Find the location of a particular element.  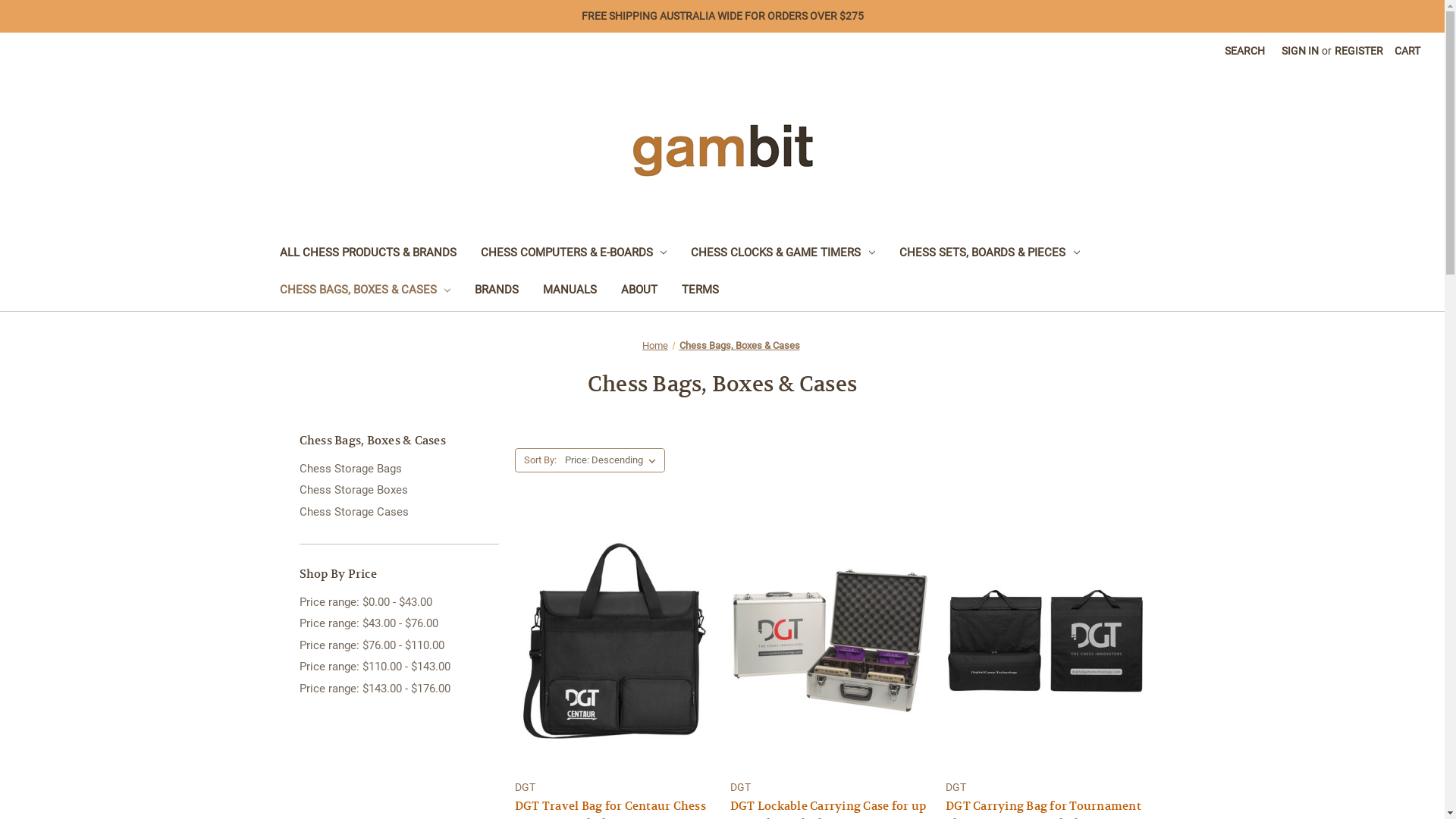

'Price range: $0.00 - $43.00' is located at coordinates (398, 601).